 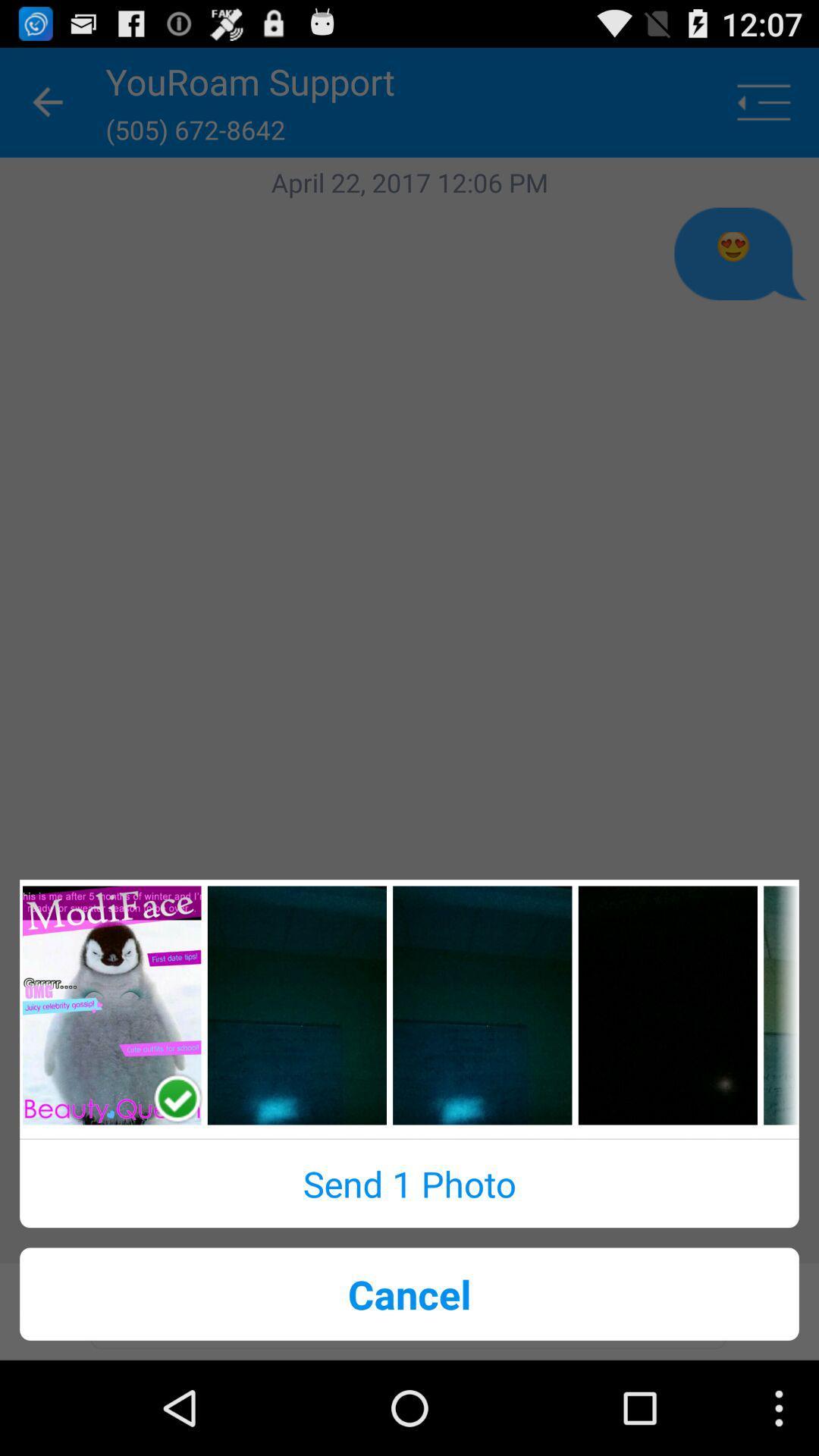 What do you see at coordinates (111, 1005) in the screenshot?
I see `photo` at bounding box center [111, 1005].